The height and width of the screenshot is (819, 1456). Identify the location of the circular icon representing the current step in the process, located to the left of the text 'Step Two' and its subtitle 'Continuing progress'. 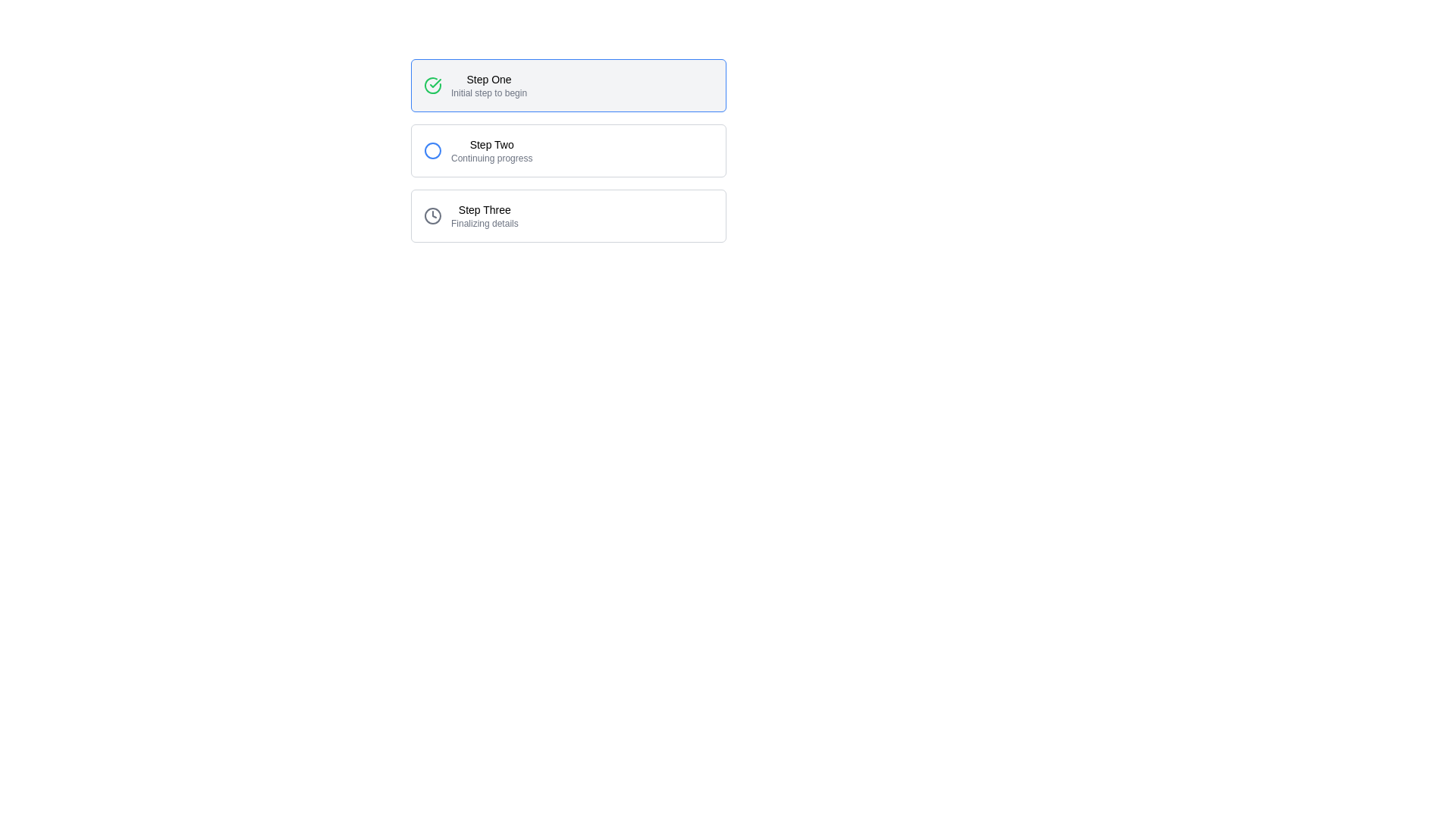
(432, 151).